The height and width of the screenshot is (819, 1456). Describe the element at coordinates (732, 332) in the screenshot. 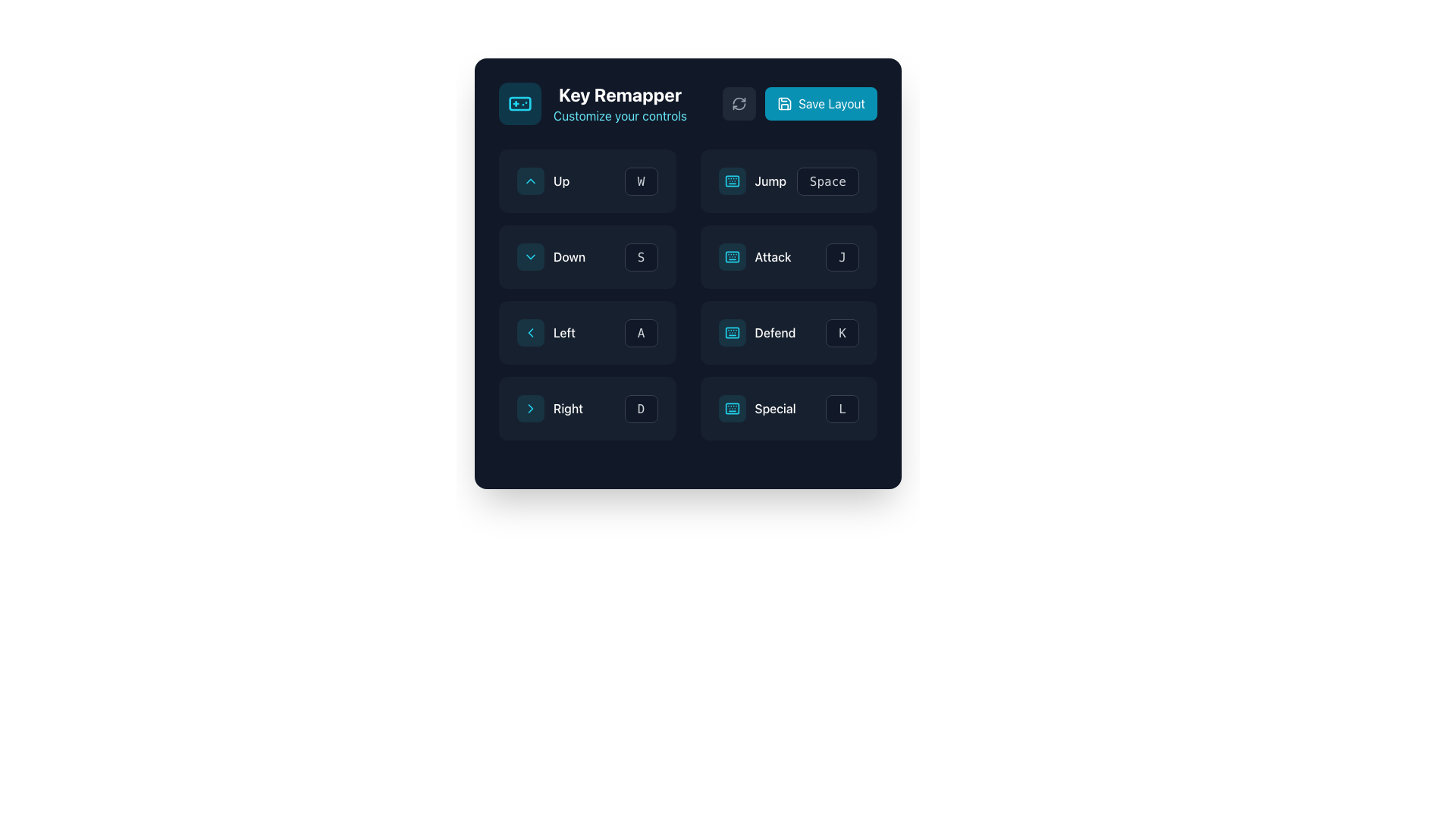

I see `the 'Defend' action icon, which visually represents a key on the keyboard and is located in the middle-right area of the grid structure` at that location.